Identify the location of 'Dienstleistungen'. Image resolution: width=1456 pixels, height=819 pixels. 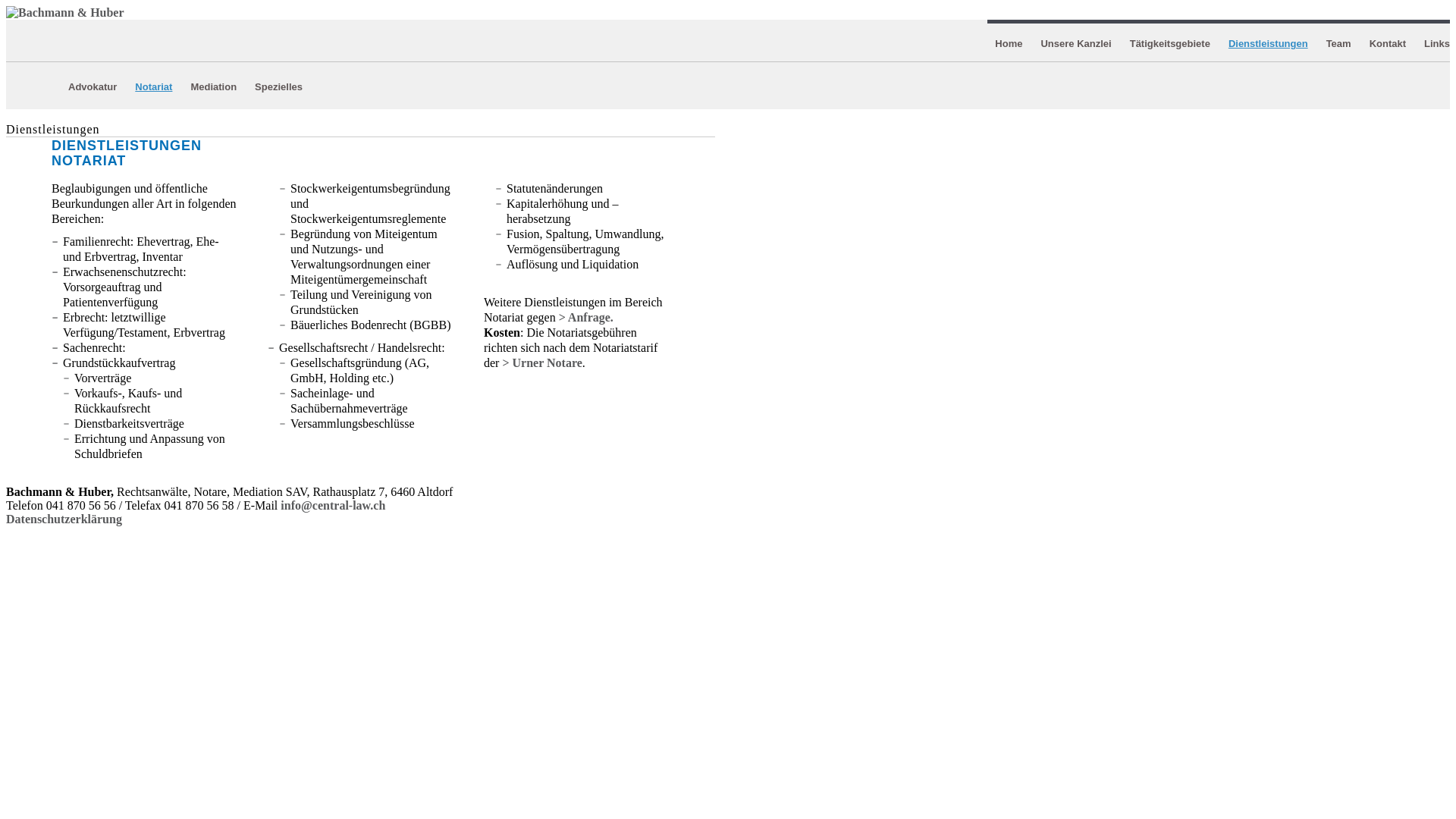
(1268, 42).